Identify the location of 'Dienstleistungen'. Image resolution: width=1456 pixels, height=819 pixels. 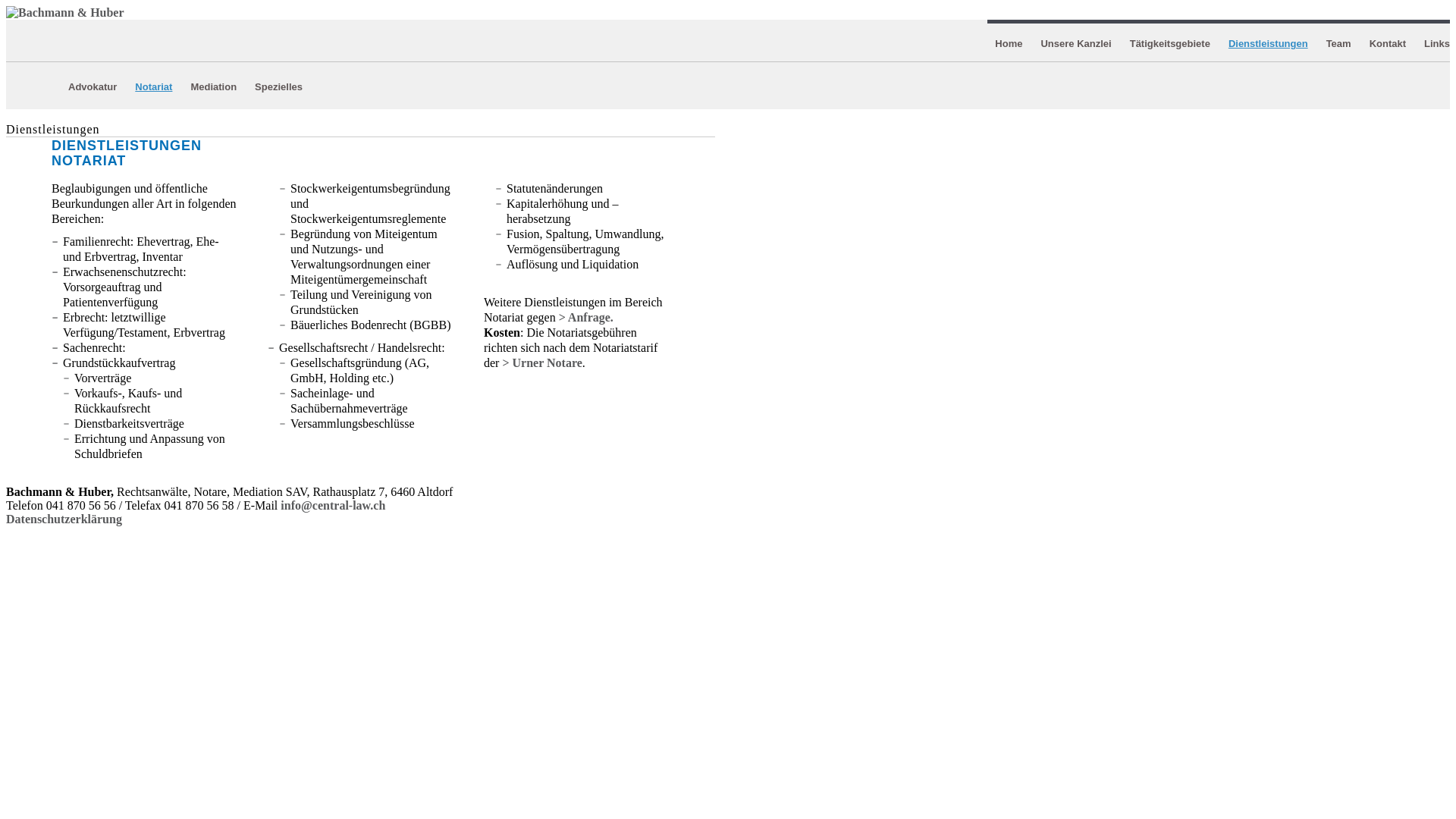
(1268, 42).